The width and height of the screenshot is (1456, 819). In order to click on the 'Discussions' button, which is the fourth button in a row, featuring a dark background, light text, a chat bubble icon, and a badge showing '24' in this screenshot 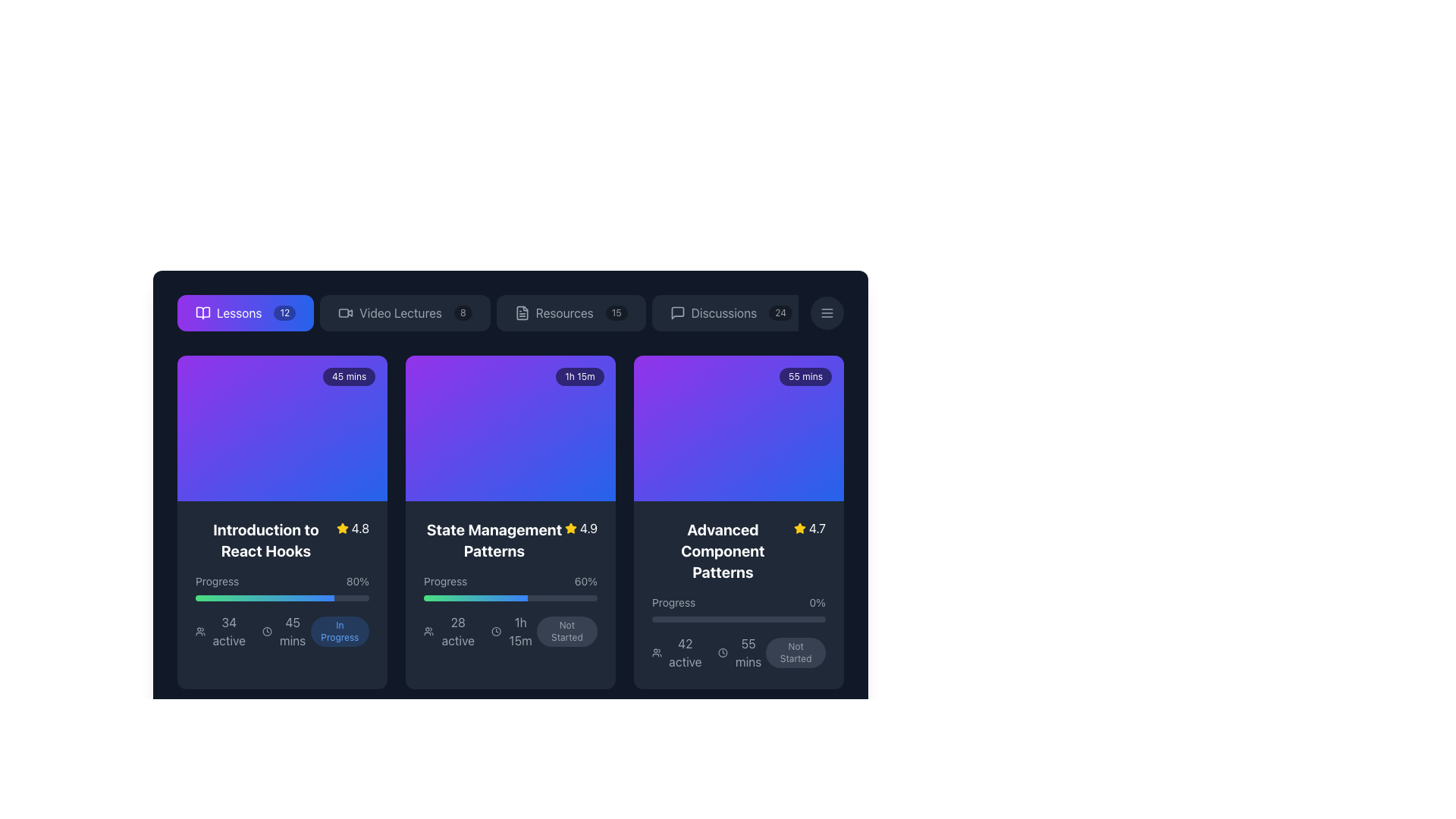, I will do `click(731, 312)`.